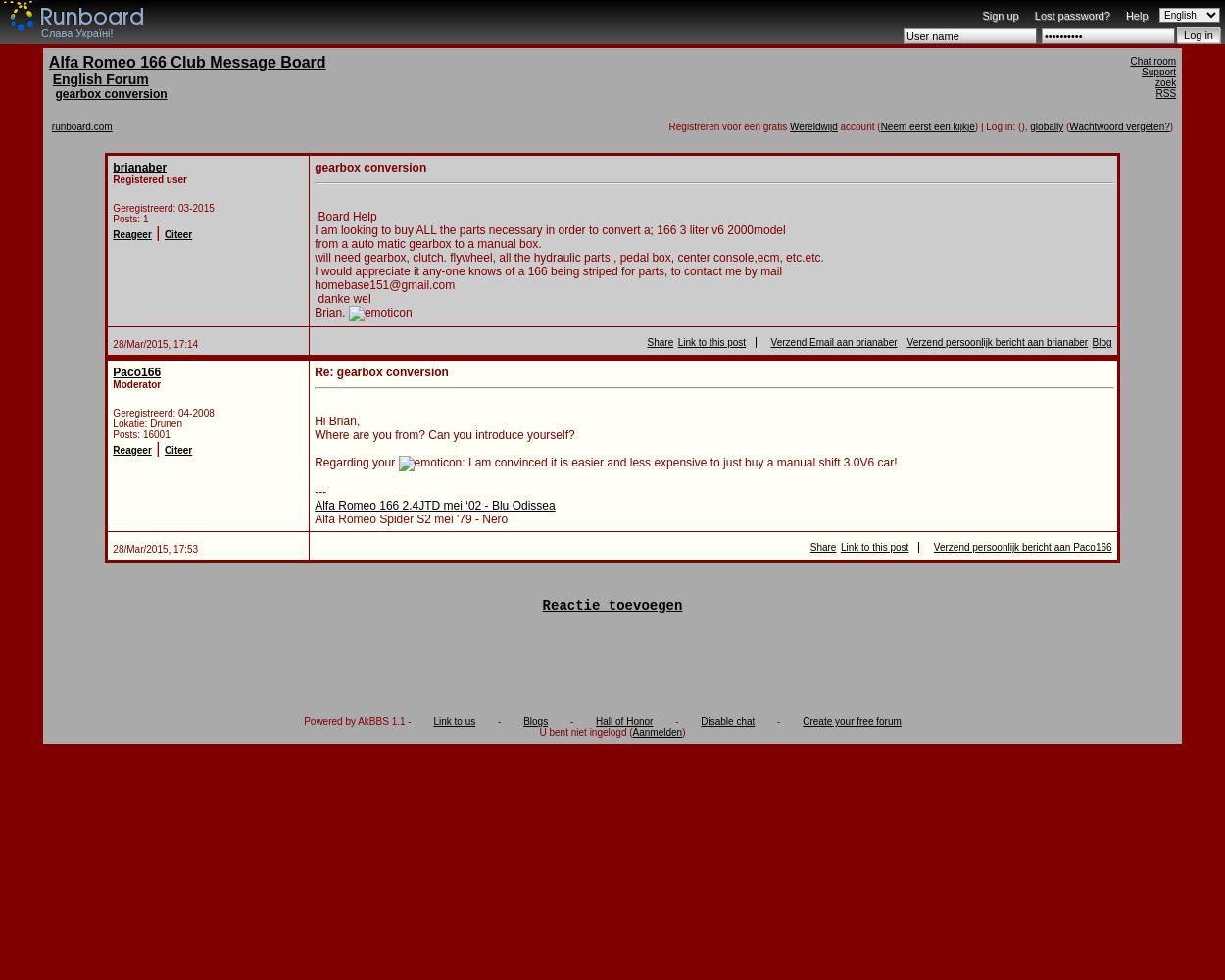  Describe the element at coordinates (1158, 71) in the screenshot. I see `'Support'` at that location.